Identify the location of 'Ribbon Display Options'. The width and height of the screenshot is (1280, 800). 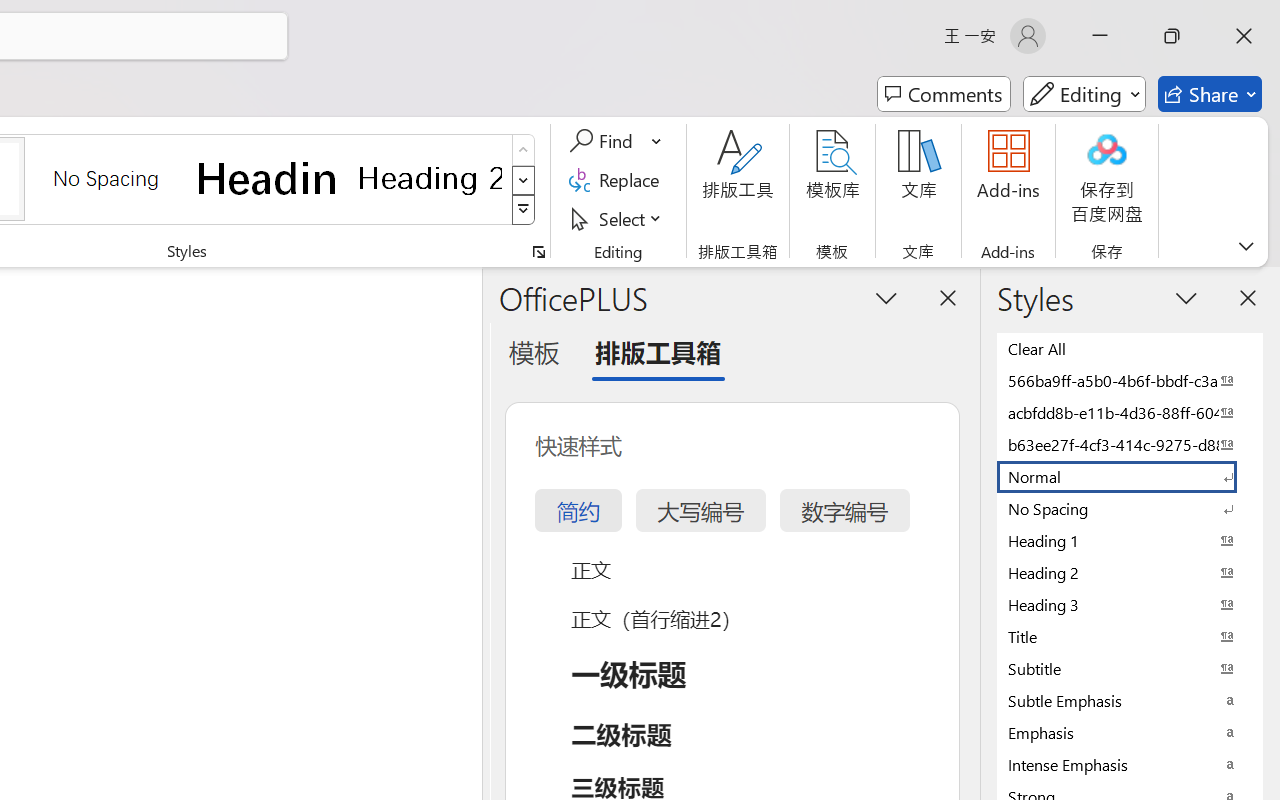
(1245, 245).